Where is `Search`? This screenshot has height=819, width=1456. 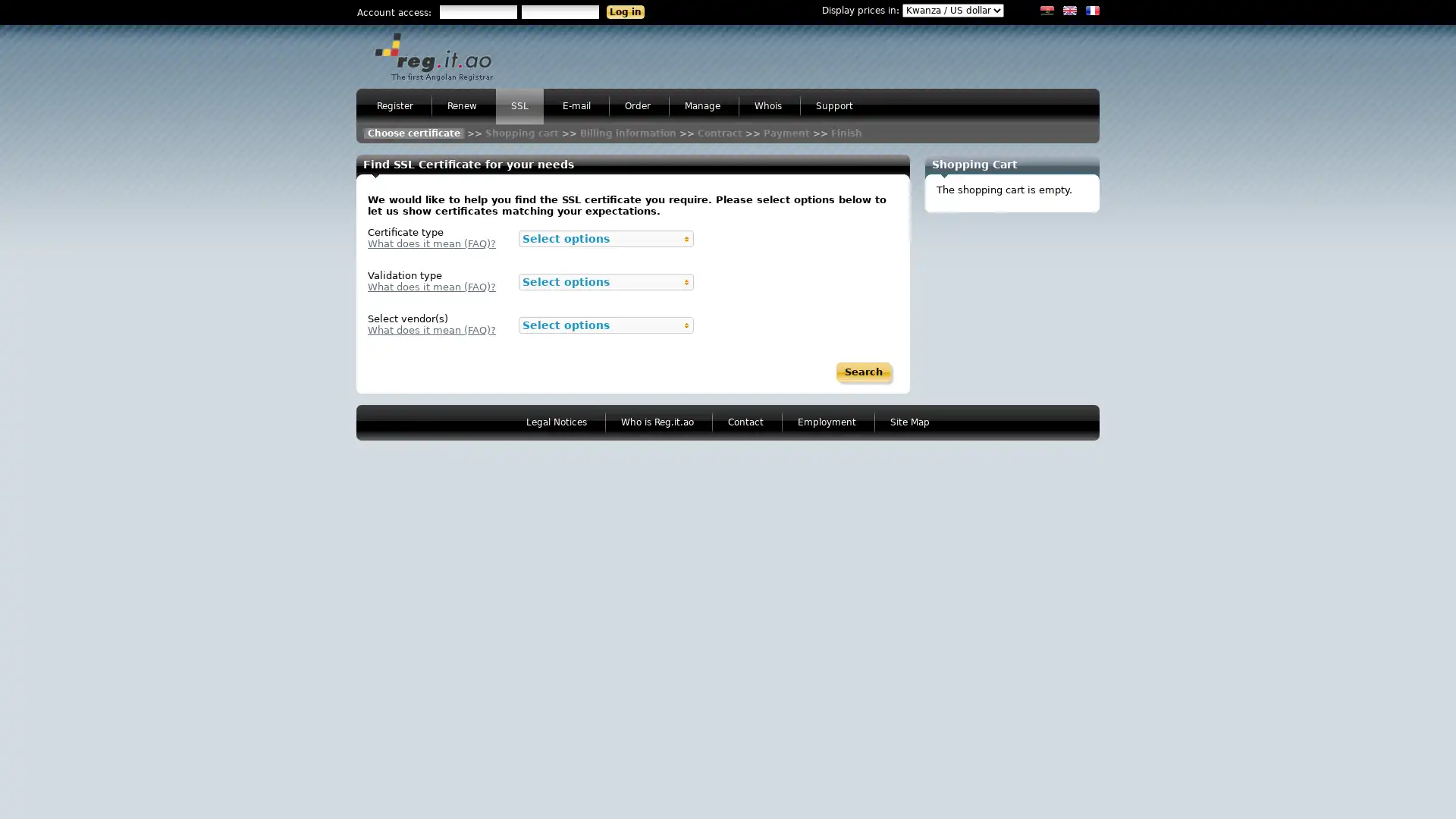
Search is located at coordinates (863, 372).